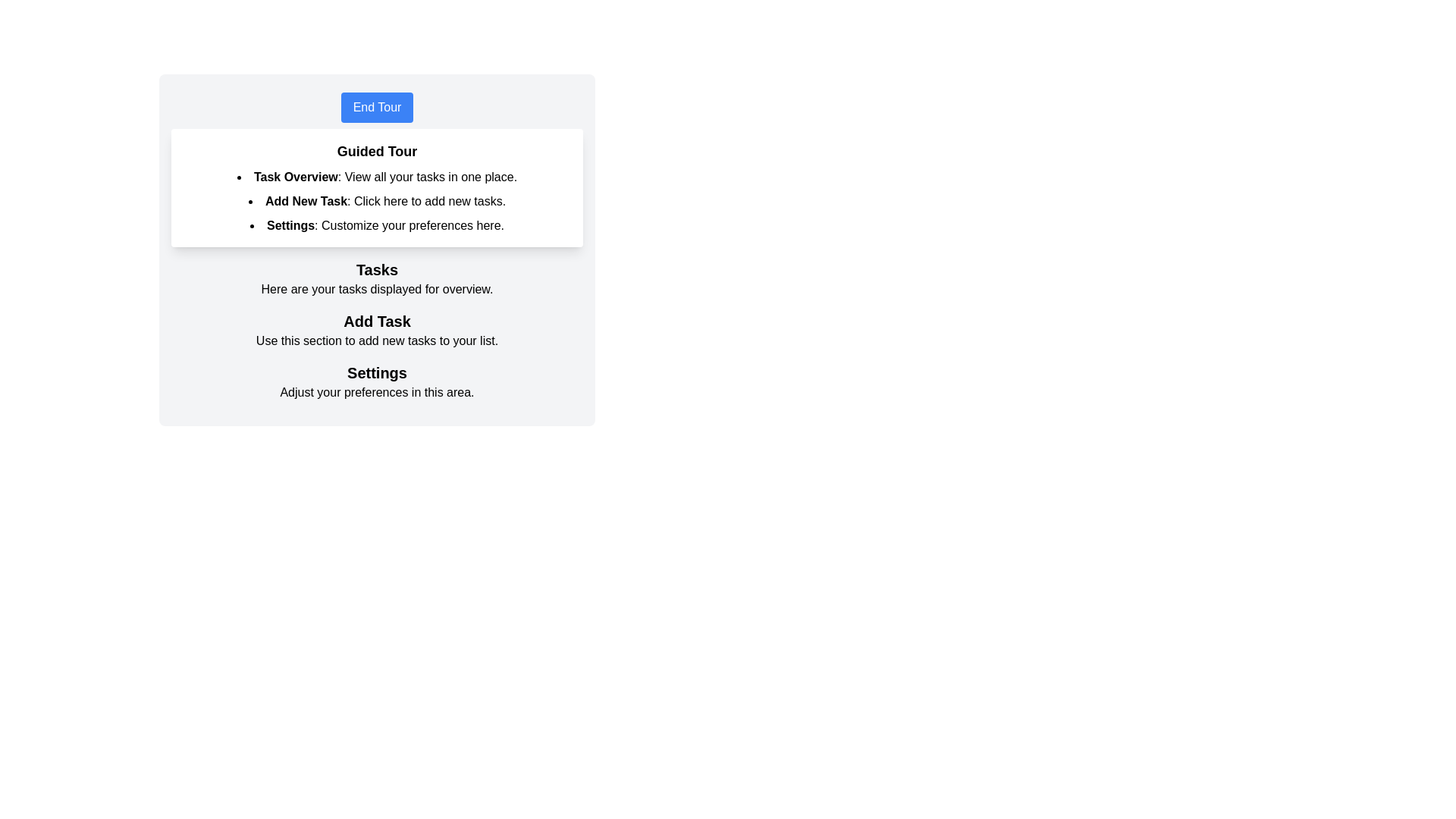  I want to click on the first bullet point heading under the 'Guided Tour' header, which introduces the concept of viewing all tasks in one place, so click(296, 176).